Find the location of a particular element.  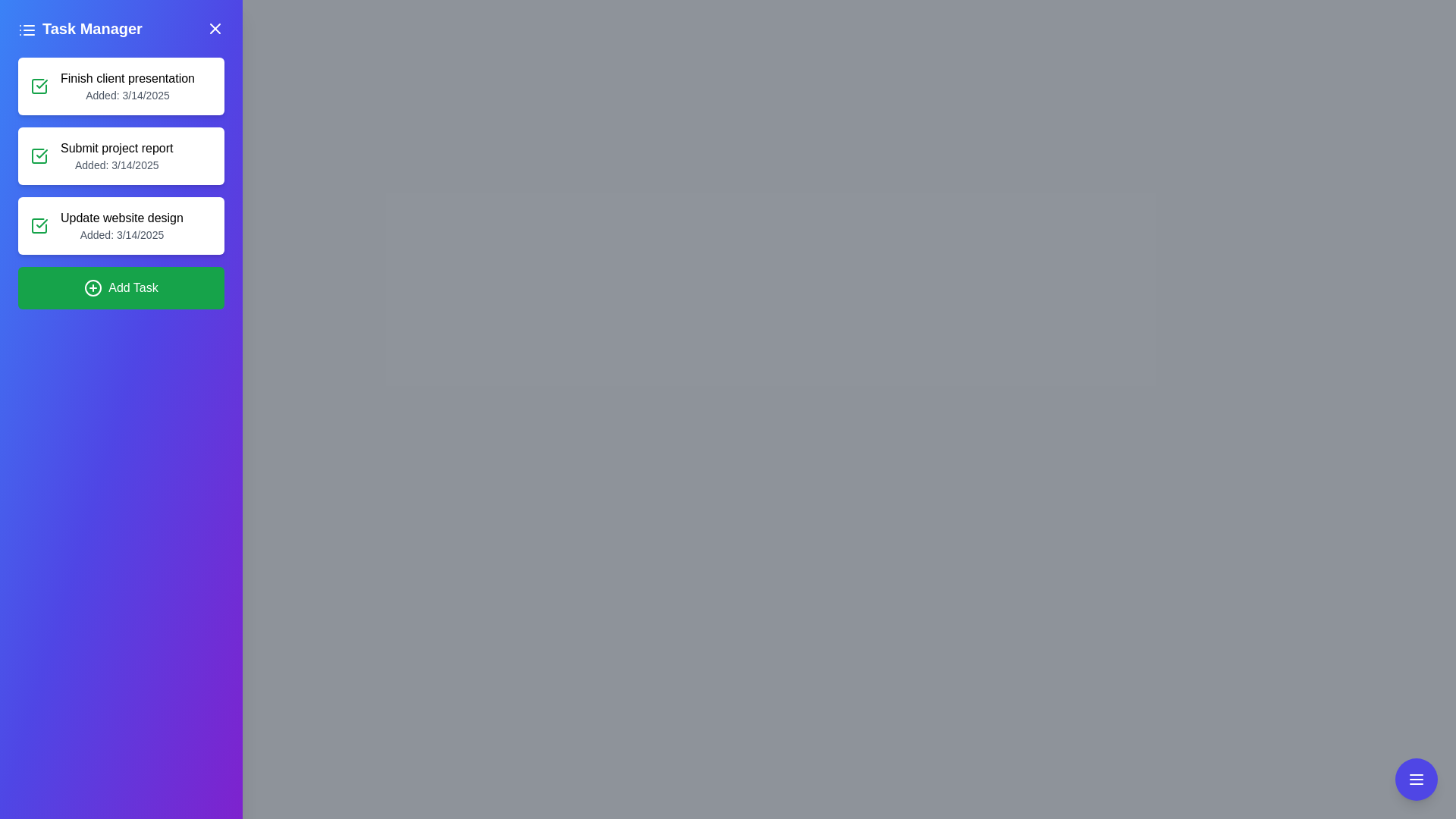

the second task card in the vertical list, which features a green checkmark icon and the text 'Submit project report' is located at coordinates (120, 155).